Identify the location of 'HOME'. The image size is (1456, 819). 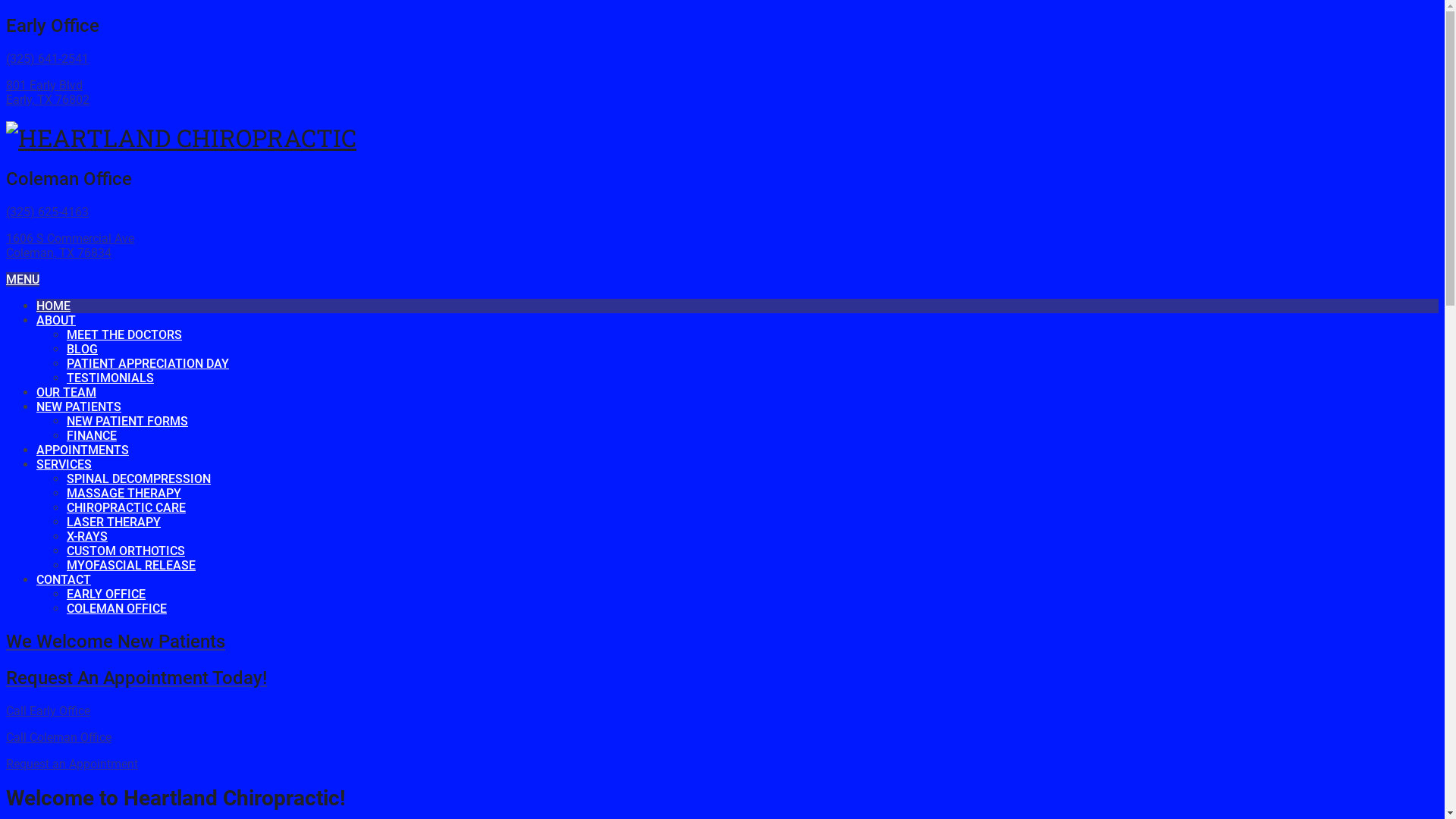
(53, 306).